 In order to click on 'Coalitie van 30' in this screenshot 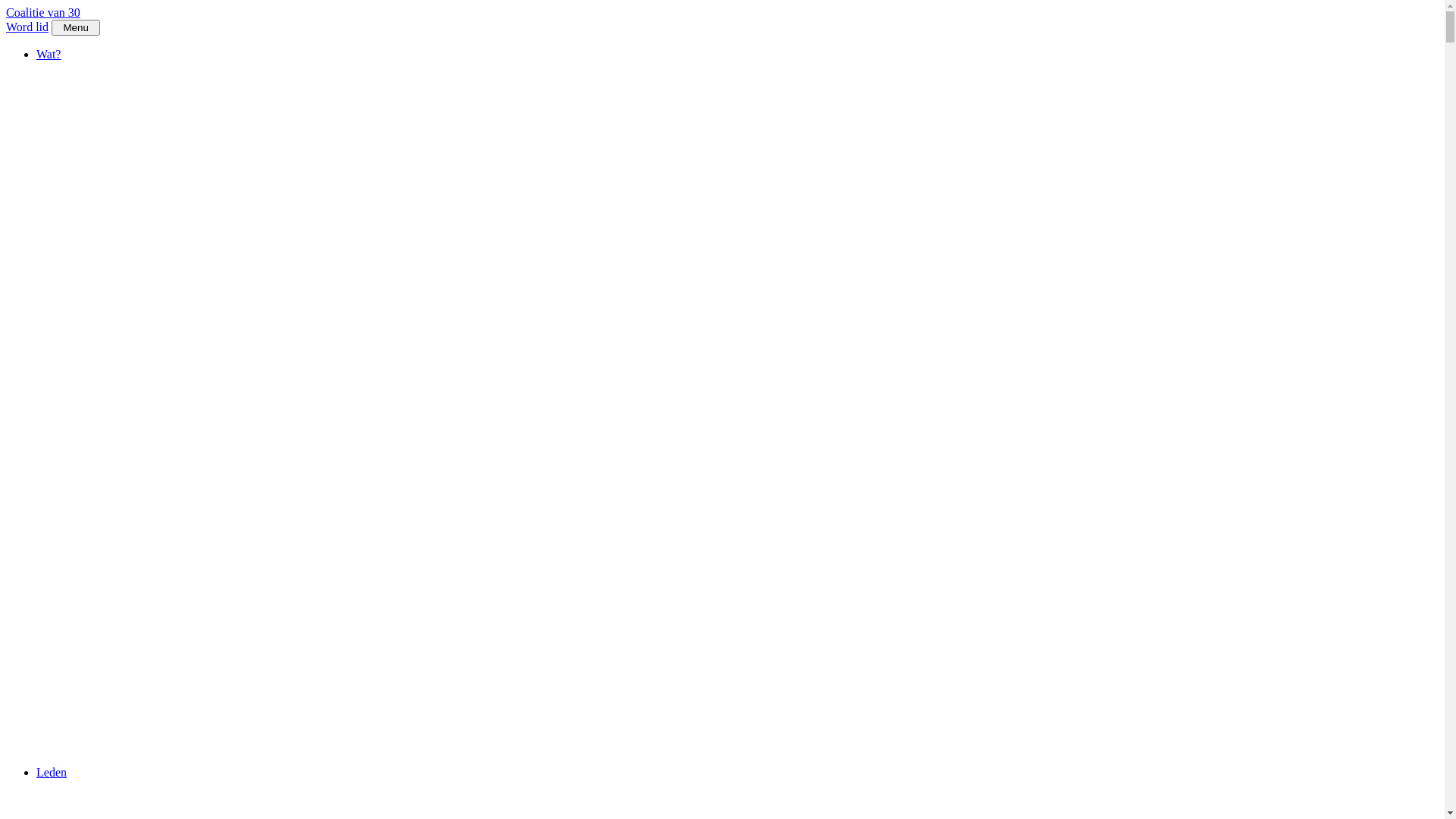, I will do `click(43, 12)`.